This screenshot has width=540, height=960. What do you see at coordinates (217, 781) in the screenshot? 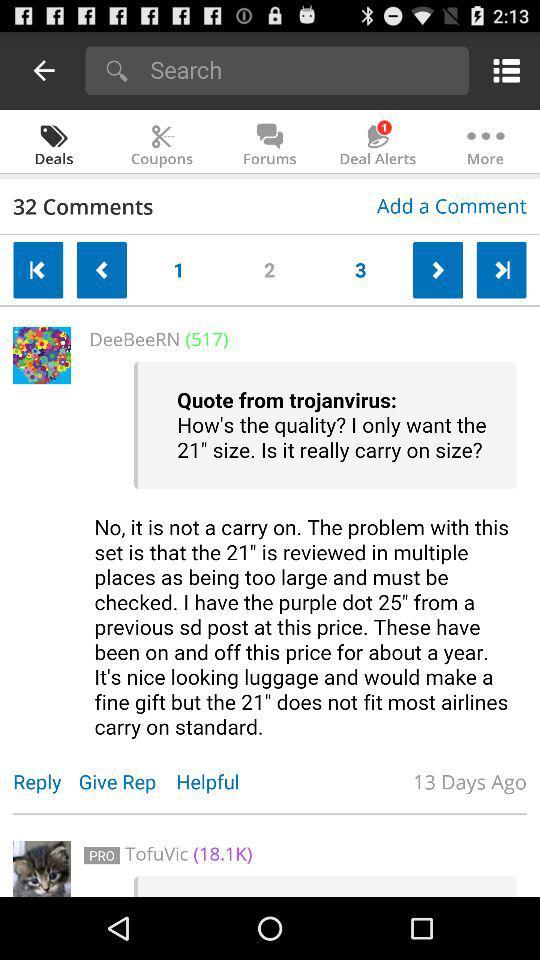
I see `icon to the left of the 13 days ago item` at bounding box center [217, 781].